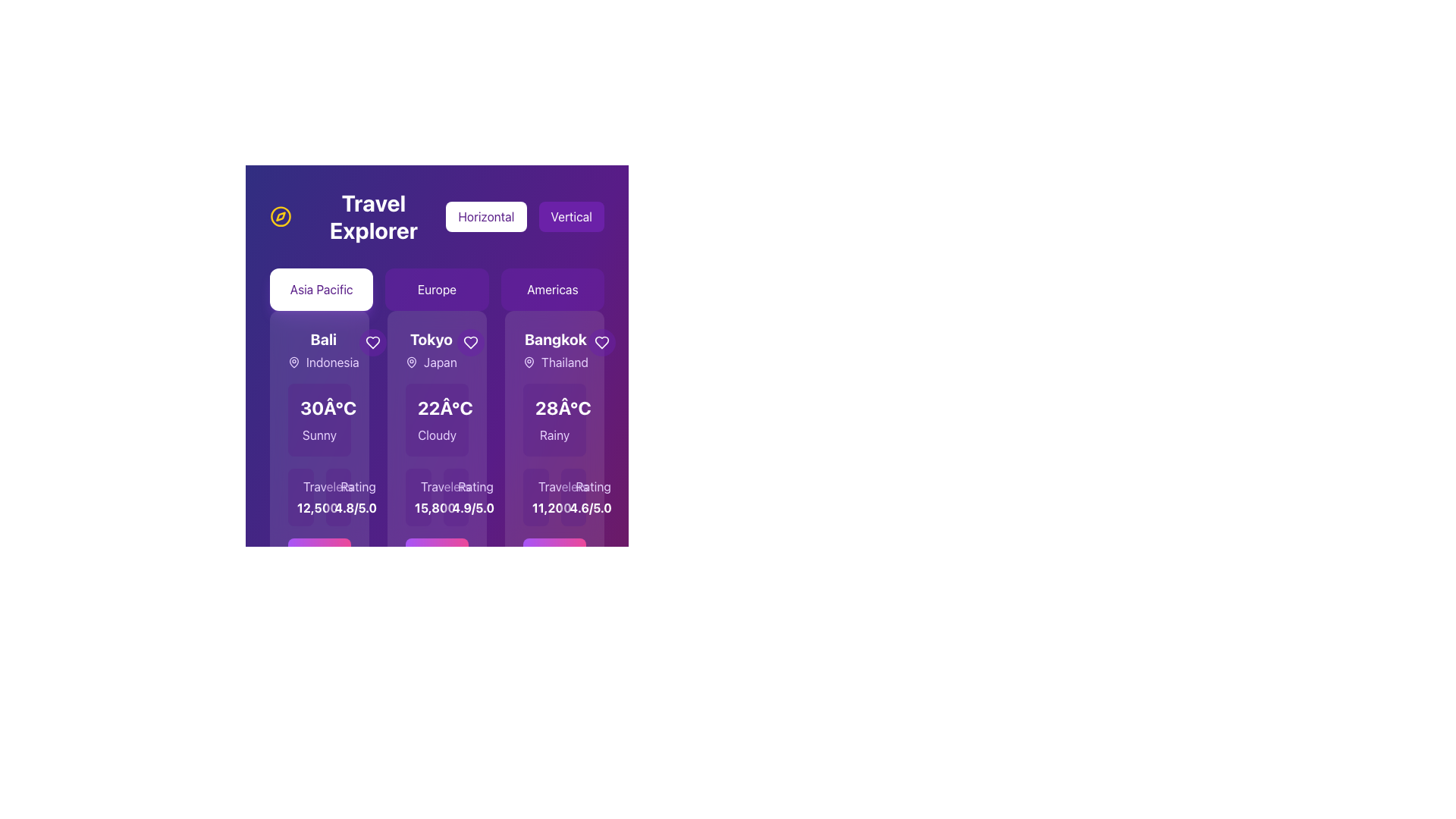  Describe the element at coordinates (281, 216) in the screenshot. I see `the decorative compass-like graphical icon located in the top-left section of the interface` at that location.